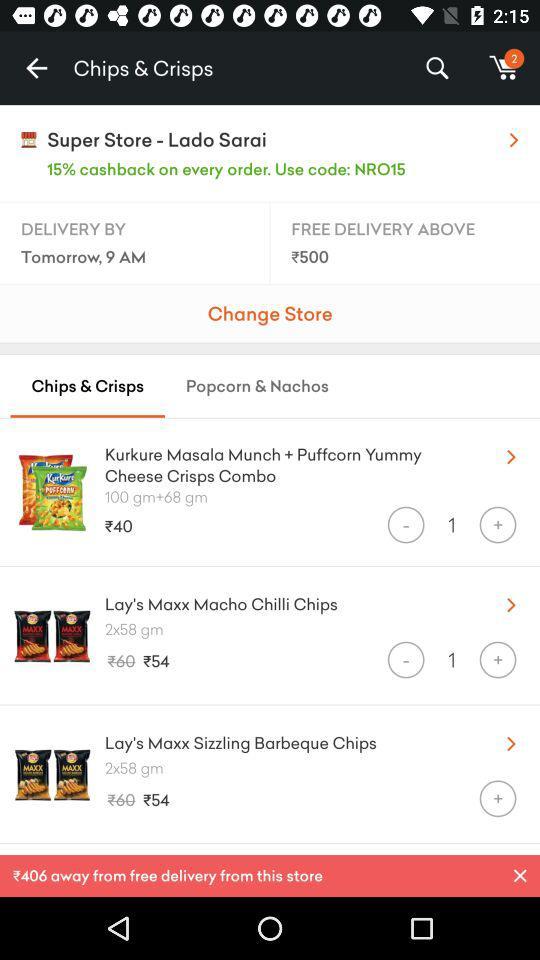  I want to click on the 100 gm 68, so click(322, 495).